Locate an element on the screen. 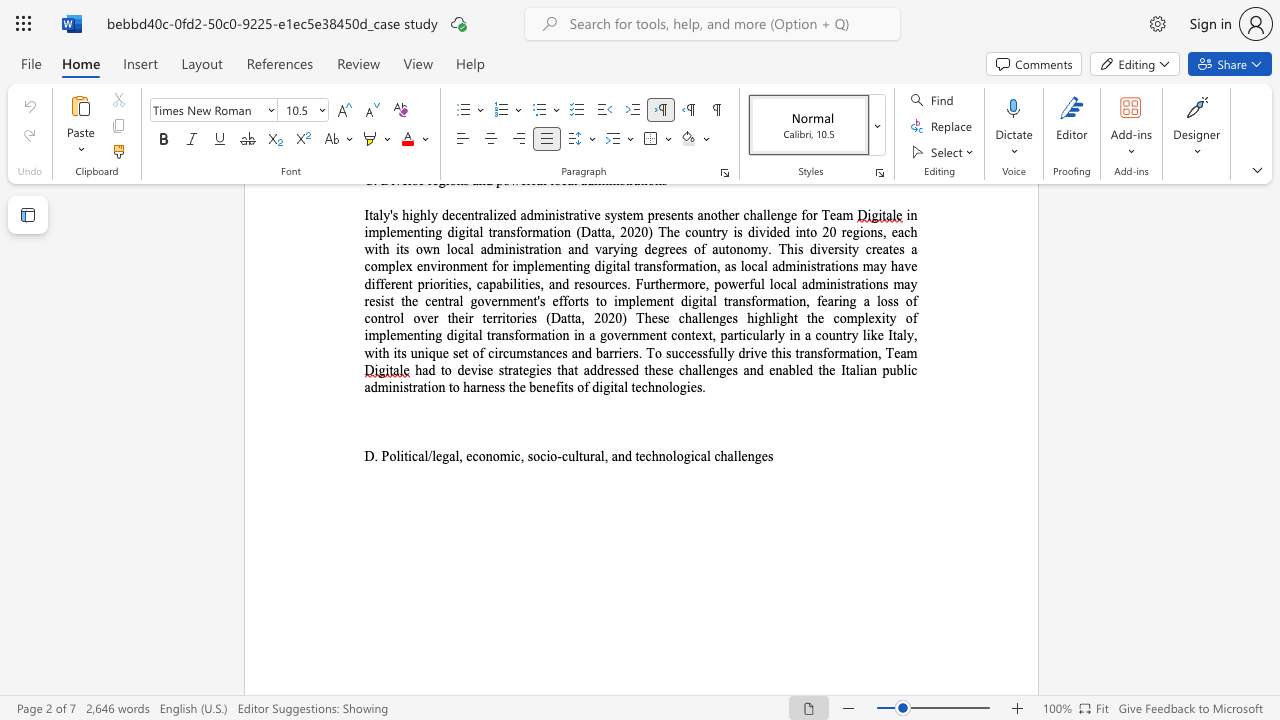 This screenshot has height=720, width=1280. the 7th character "l" in the text is located at coordinates (674, 456).